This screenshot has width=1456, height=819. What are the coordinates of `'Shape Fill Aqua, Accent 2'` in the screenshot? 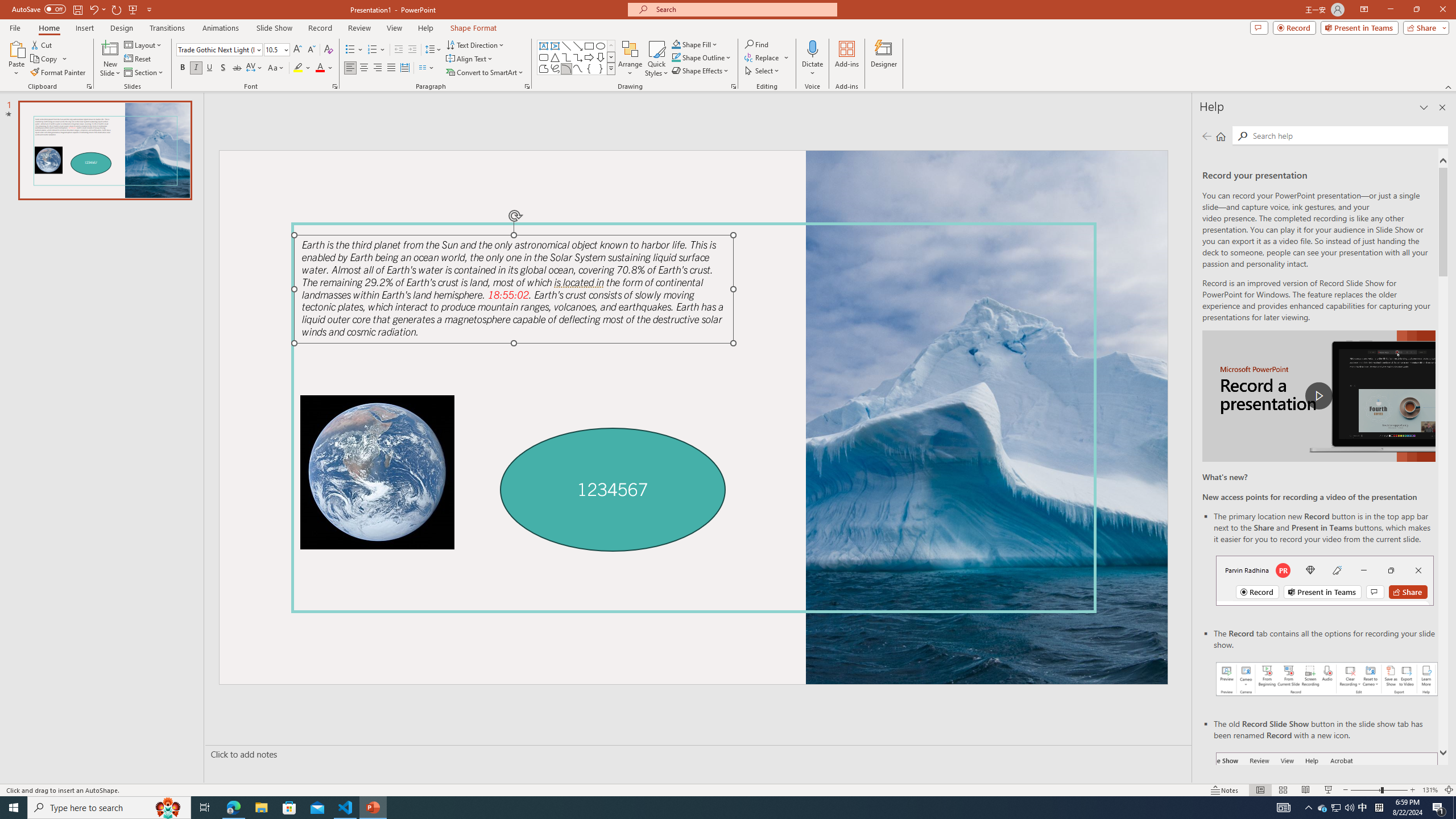 It's located at (676, 44).